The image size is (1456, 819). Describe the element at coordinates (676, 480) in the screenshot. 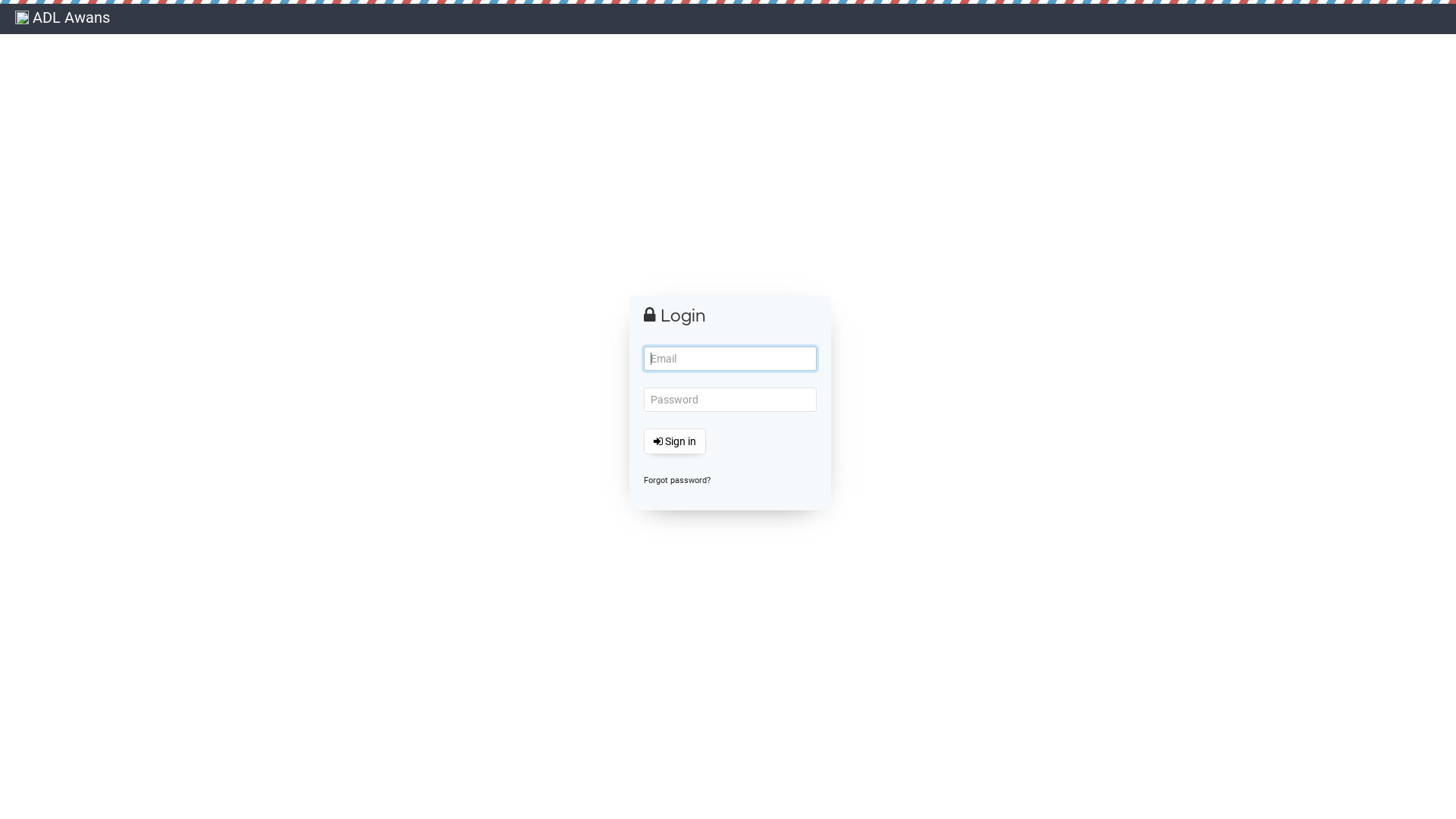

I see `'Forgot password?'` at that location.